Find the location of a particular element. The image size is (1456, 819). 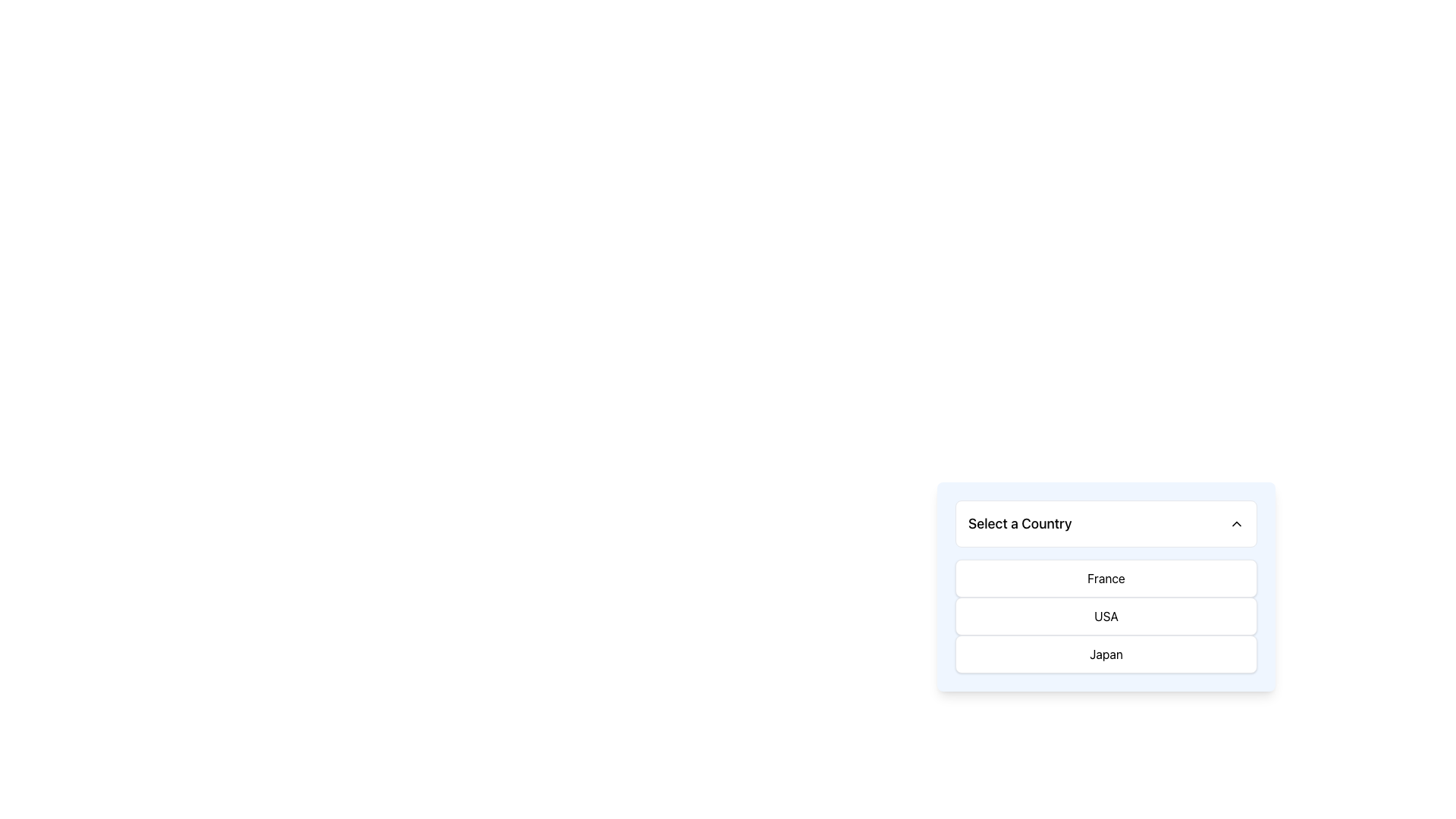

the text label displaying 'USA' is located at coordinates (1106, 617).